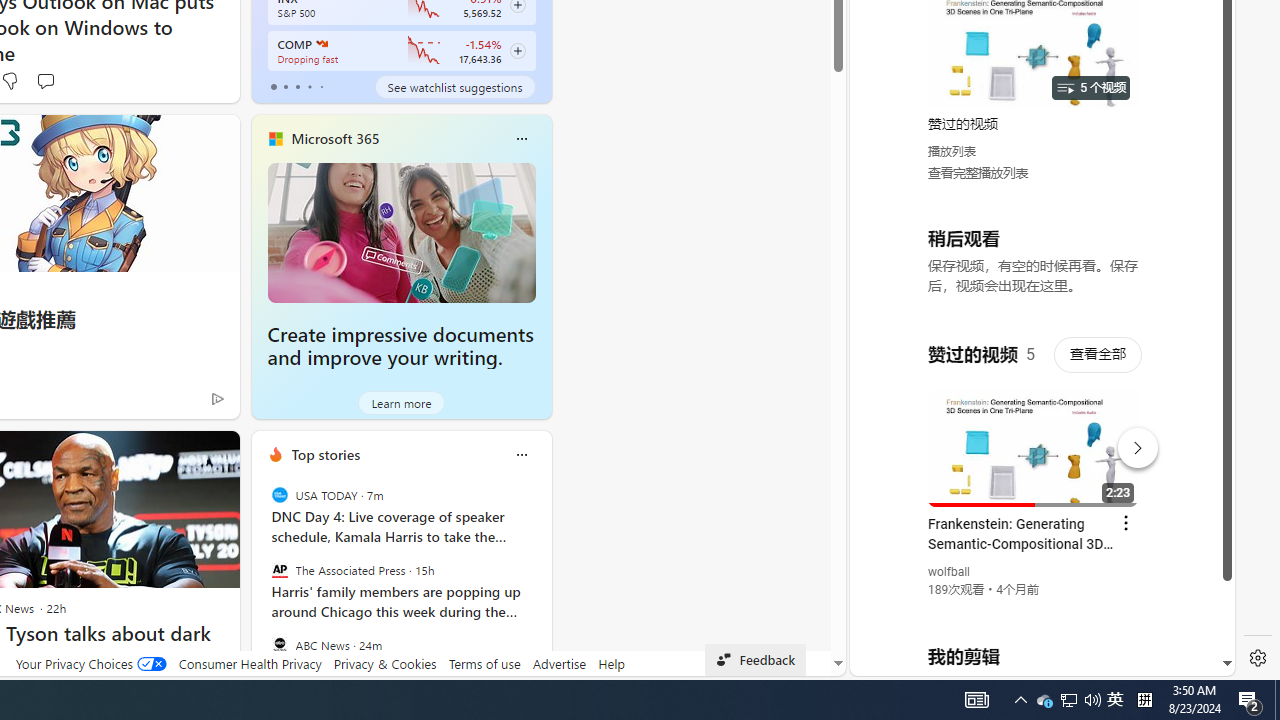  What do you see at coordinates (284, 86) in the screenshot?
I see `'tab-1'` at bounding box center [284, 86].